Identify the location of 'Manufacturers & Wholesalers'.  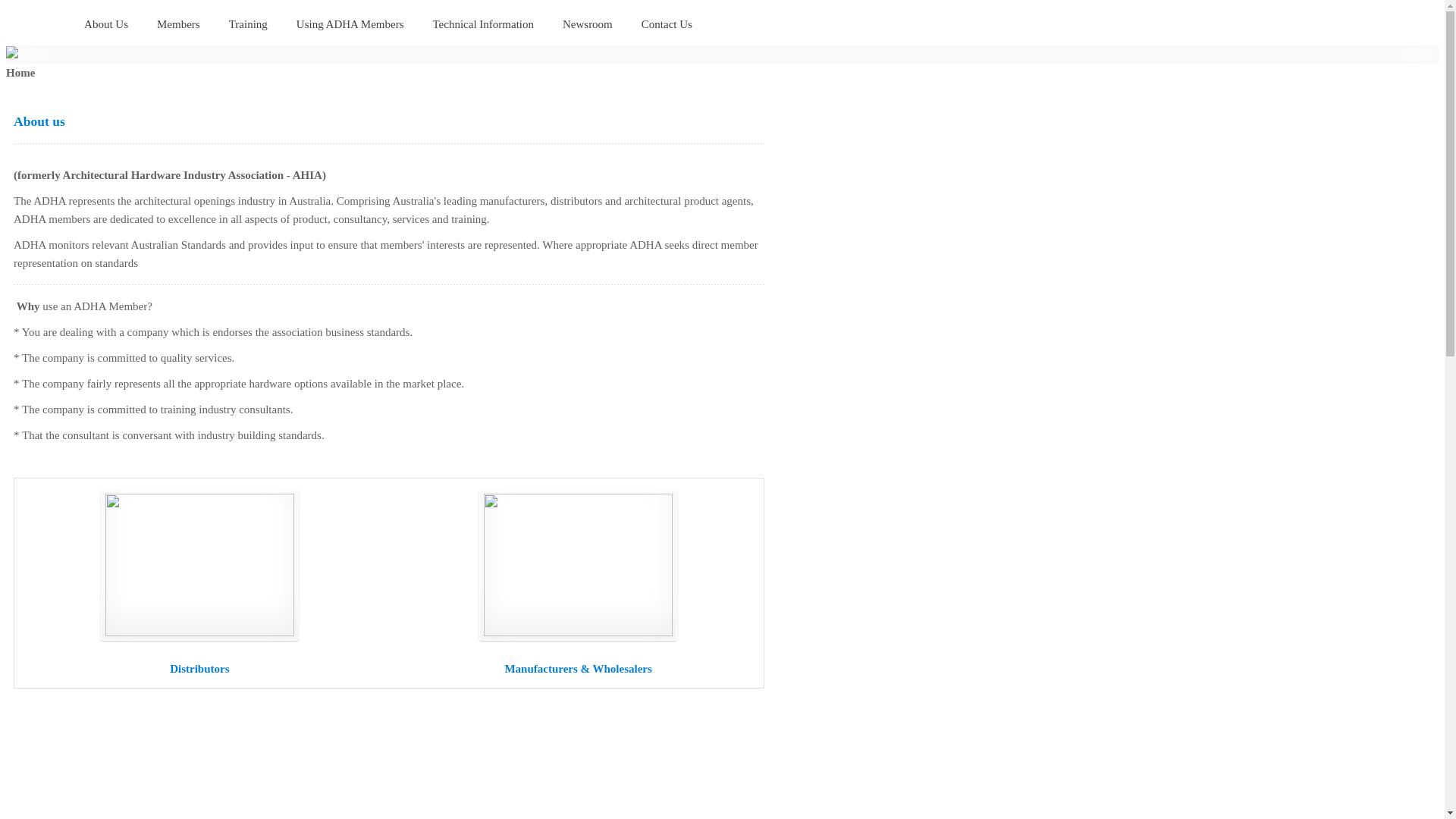
(577, 668).